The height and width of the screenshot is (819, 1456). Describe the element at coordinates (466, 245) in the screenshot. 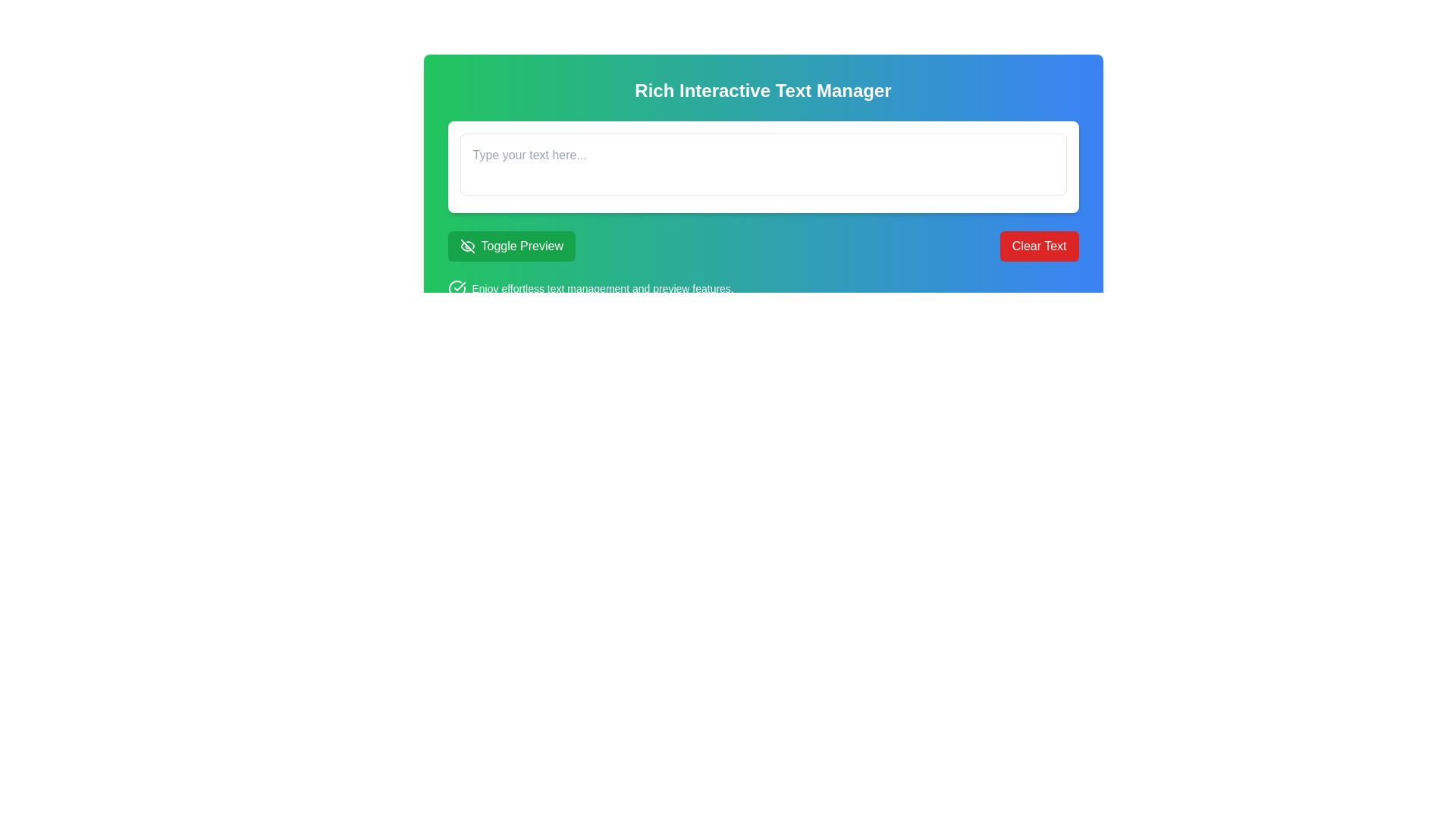

I see `the 'eye-slash' icon on the left side of the 'Toggle Preview' button, which indicates a hidden-eye state` at that location.